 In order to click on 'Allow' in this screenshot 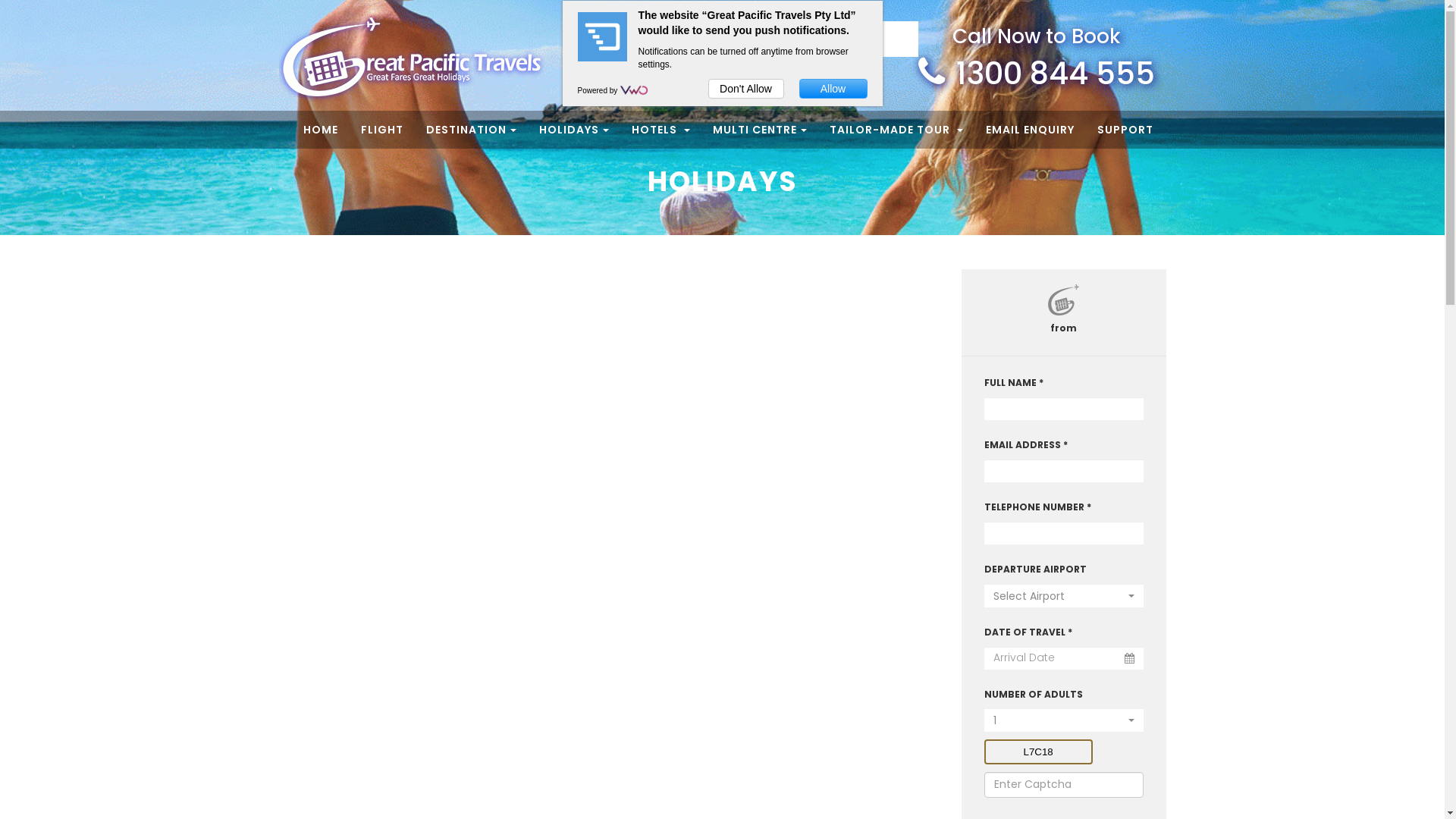, I will do `click(833, 88)`.